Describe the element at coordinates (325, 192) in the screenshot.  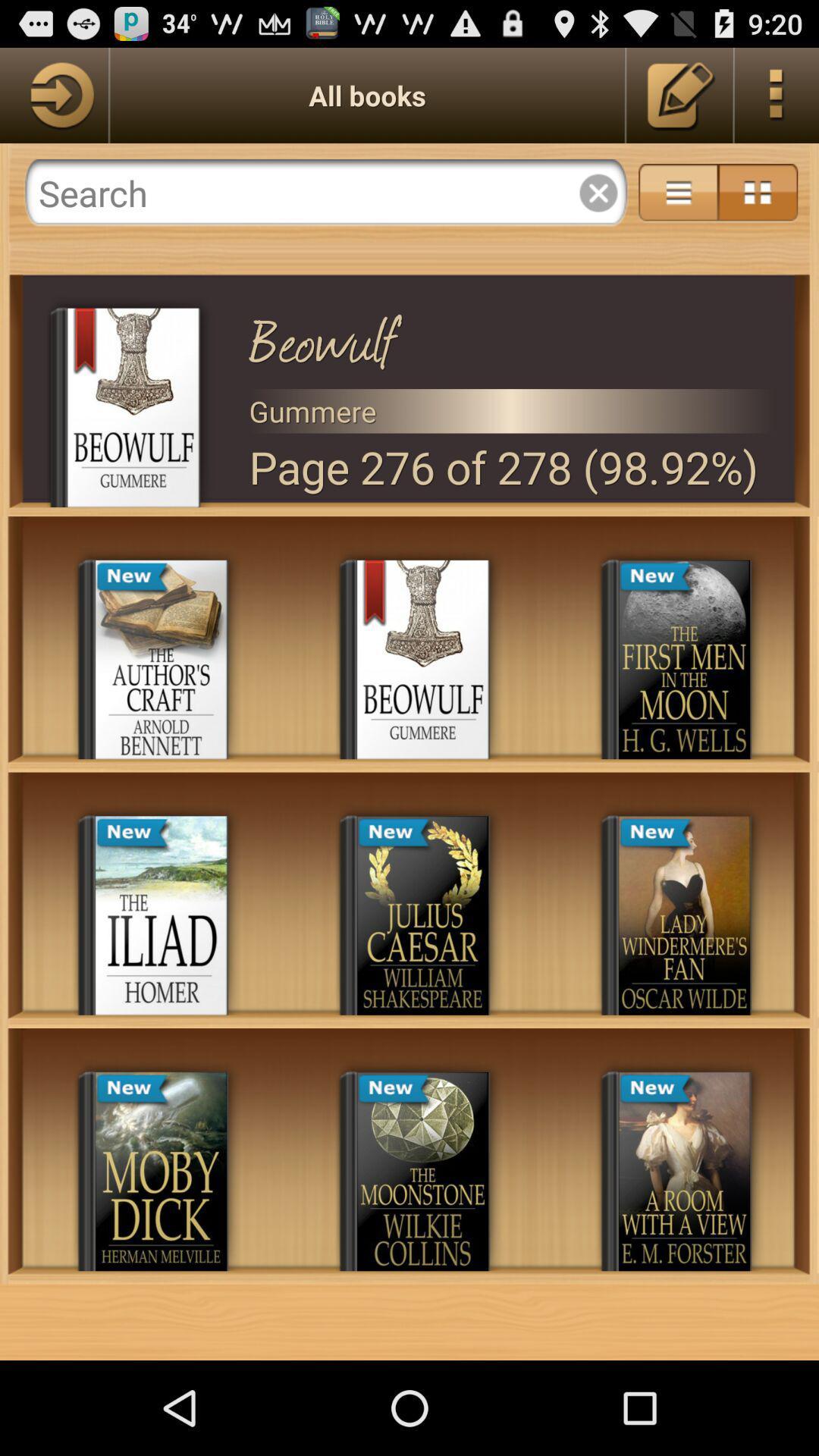
I see `search` at that location.